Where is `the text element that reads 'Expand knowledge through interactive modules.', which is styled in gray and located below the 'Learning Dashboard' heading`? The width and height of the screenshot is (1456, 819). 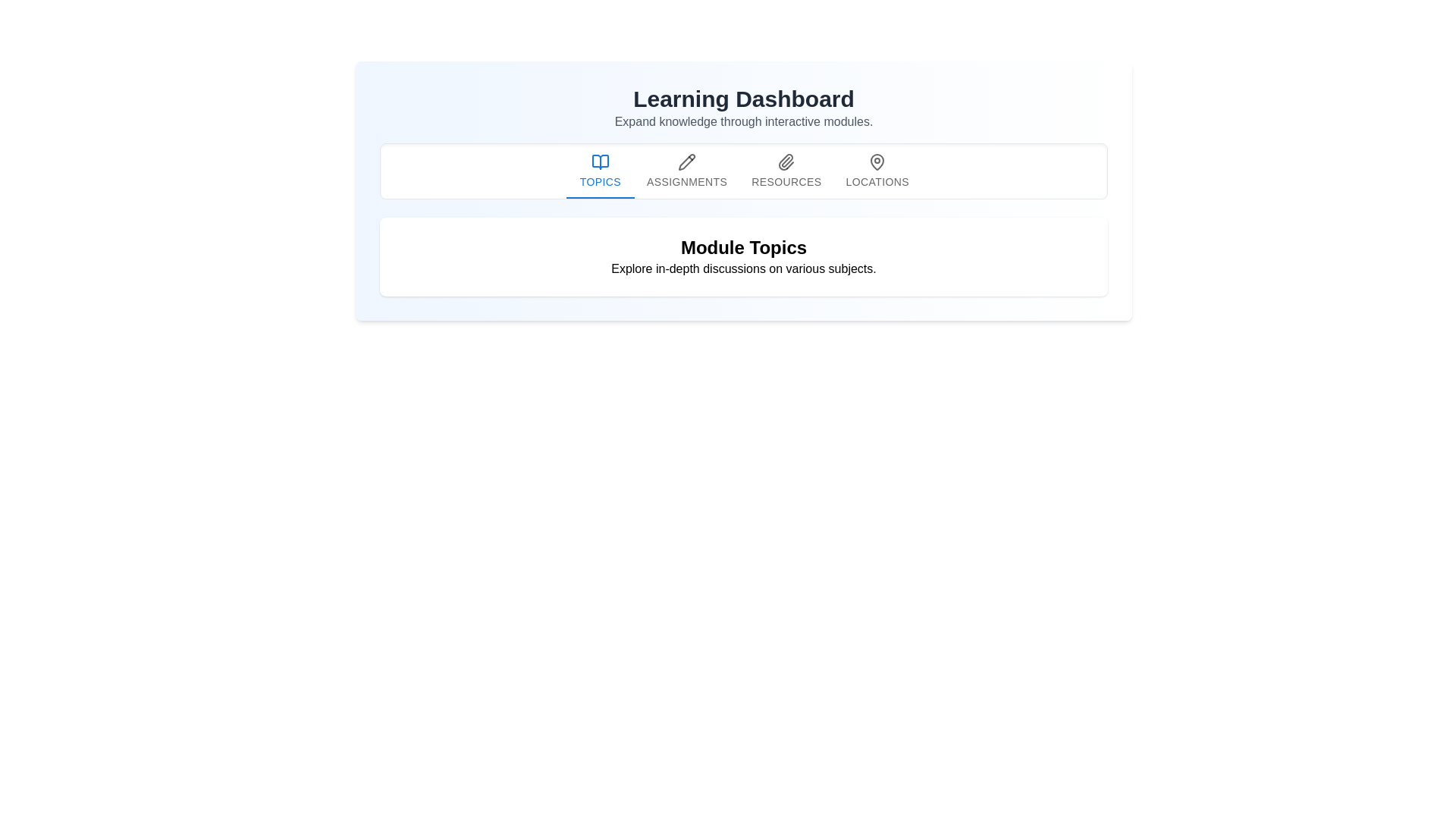 the text element that reads 'Expand knowledge through interactive modules.', which is styled in gray and located below the 'Learning Dashboard' heading is located at coordinates (743, 121).